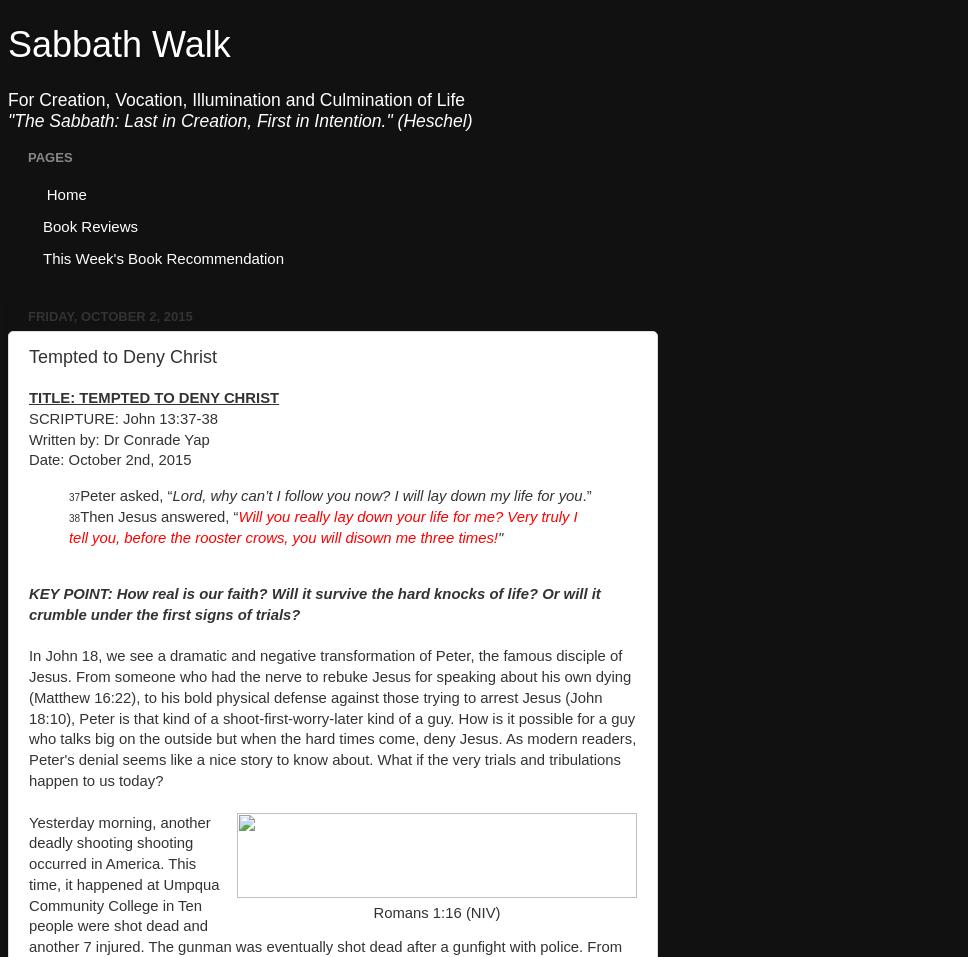 Image resolution: width=968 pixels, height=957 pixels. Describe the element at coordinates (68, 517) in the screenshot. I see `'38'` at that location.